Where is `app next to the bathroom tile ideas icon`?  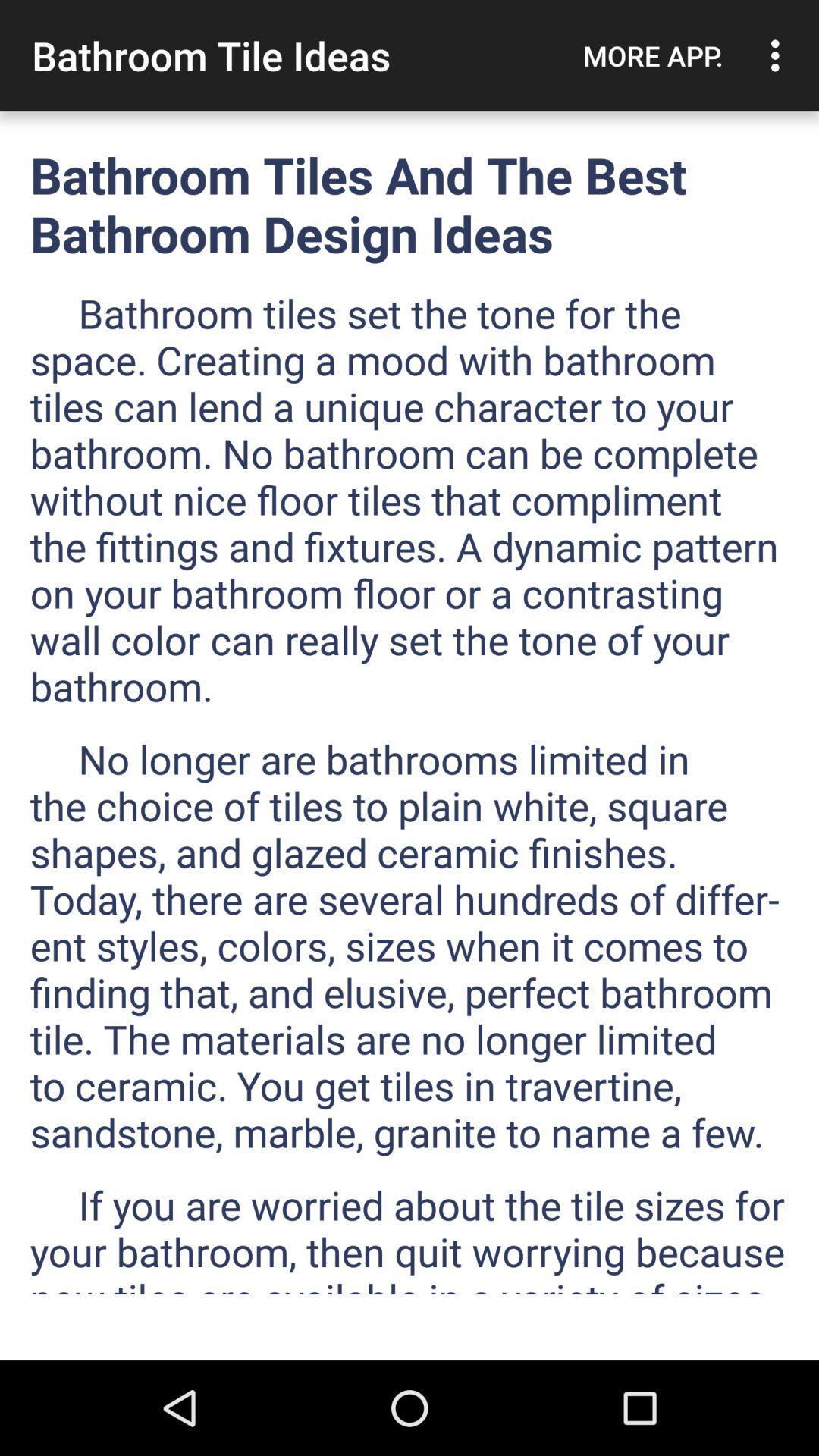 app next to the bathroom tile ideas icon is located at coordinates (652, 55).